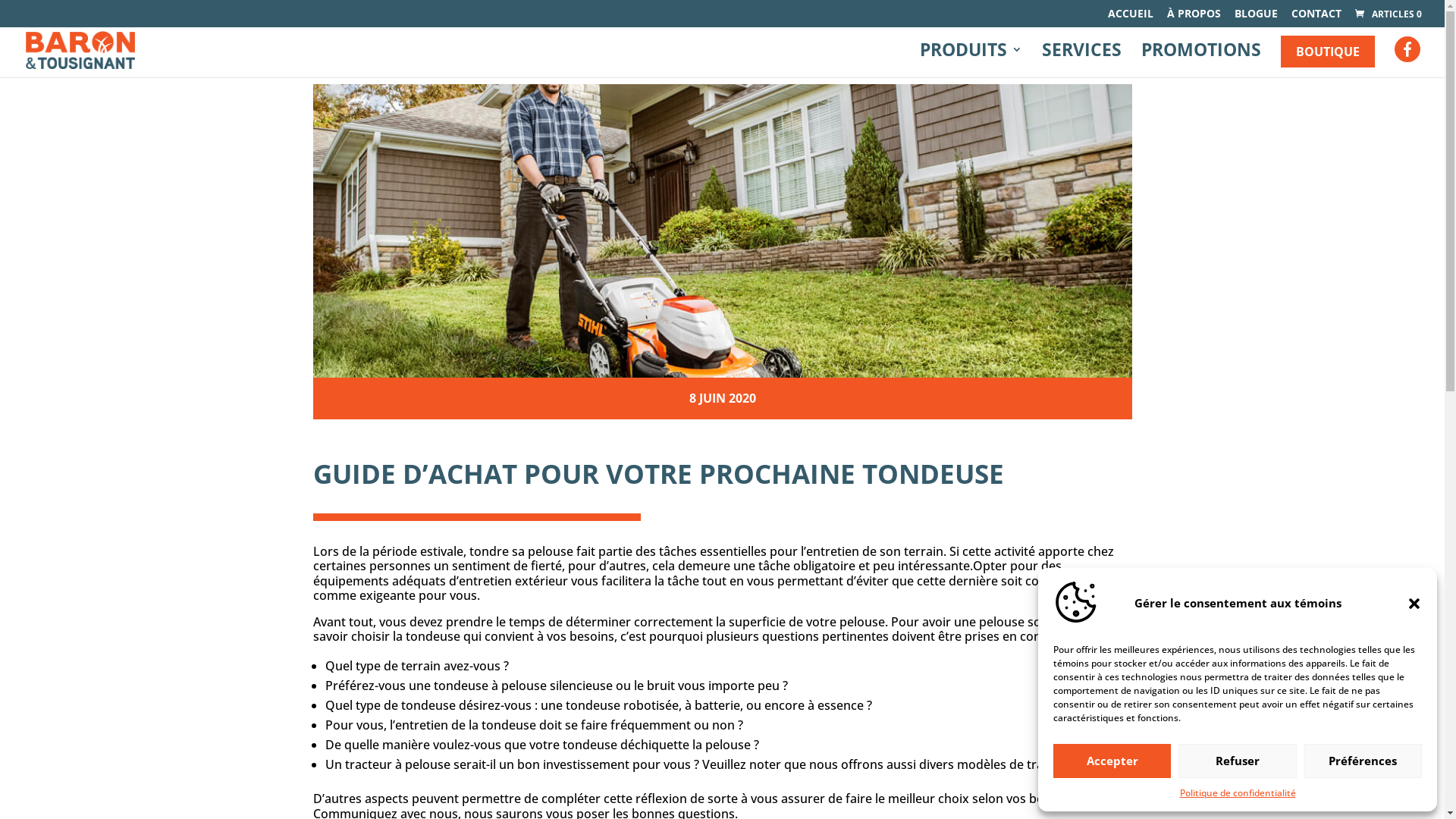 The height and width of the screenshot is (819, 1456). What do you see at coordinates (1394, 52) in the screenshot?
I see `'FACEBOOK'` at bounding box center [1394, 52].